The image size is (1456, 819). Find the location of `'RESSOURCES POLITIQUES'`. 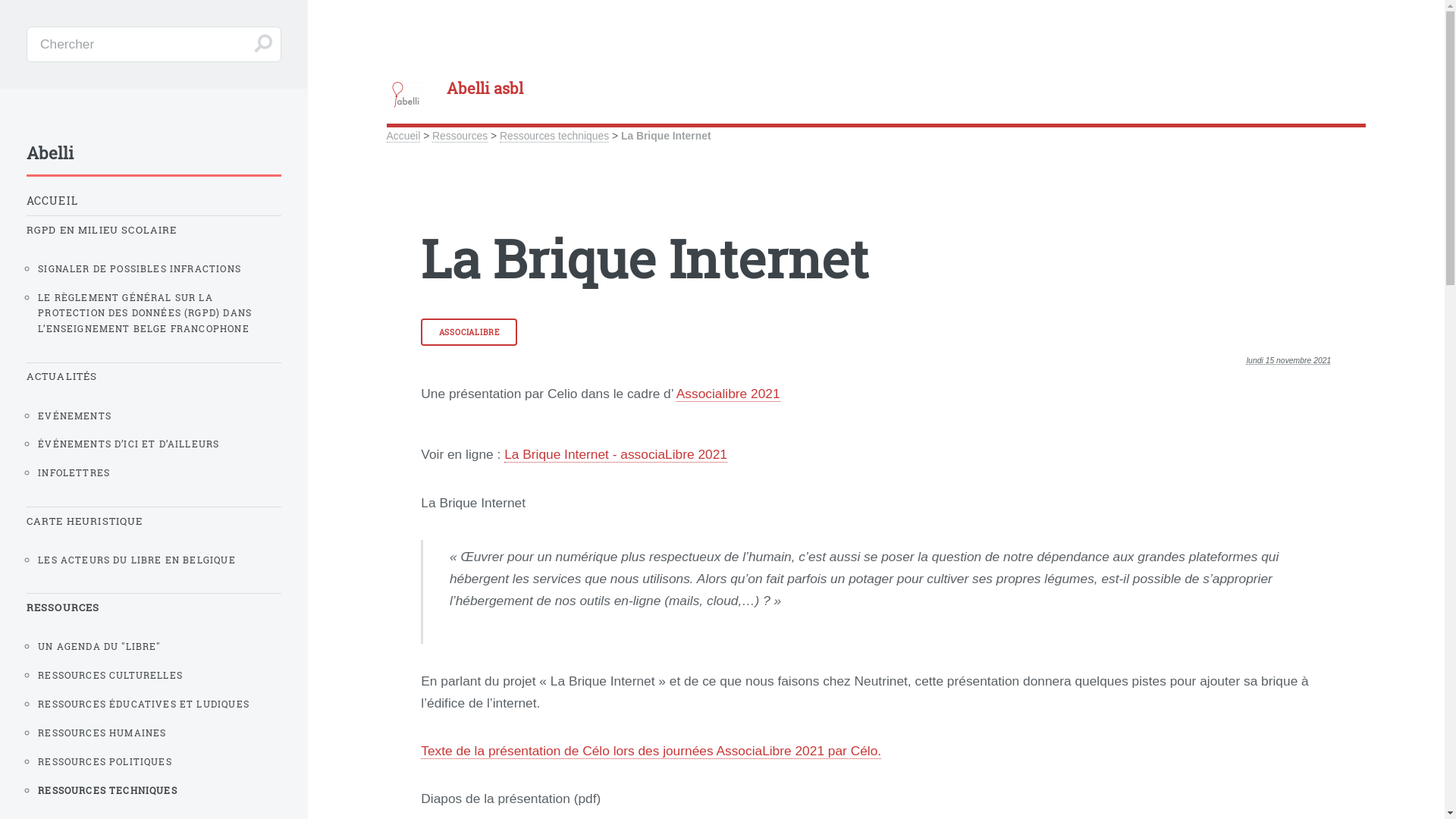

'RESSOURCES POLITIQUES' is located at coordinates (159, 761).